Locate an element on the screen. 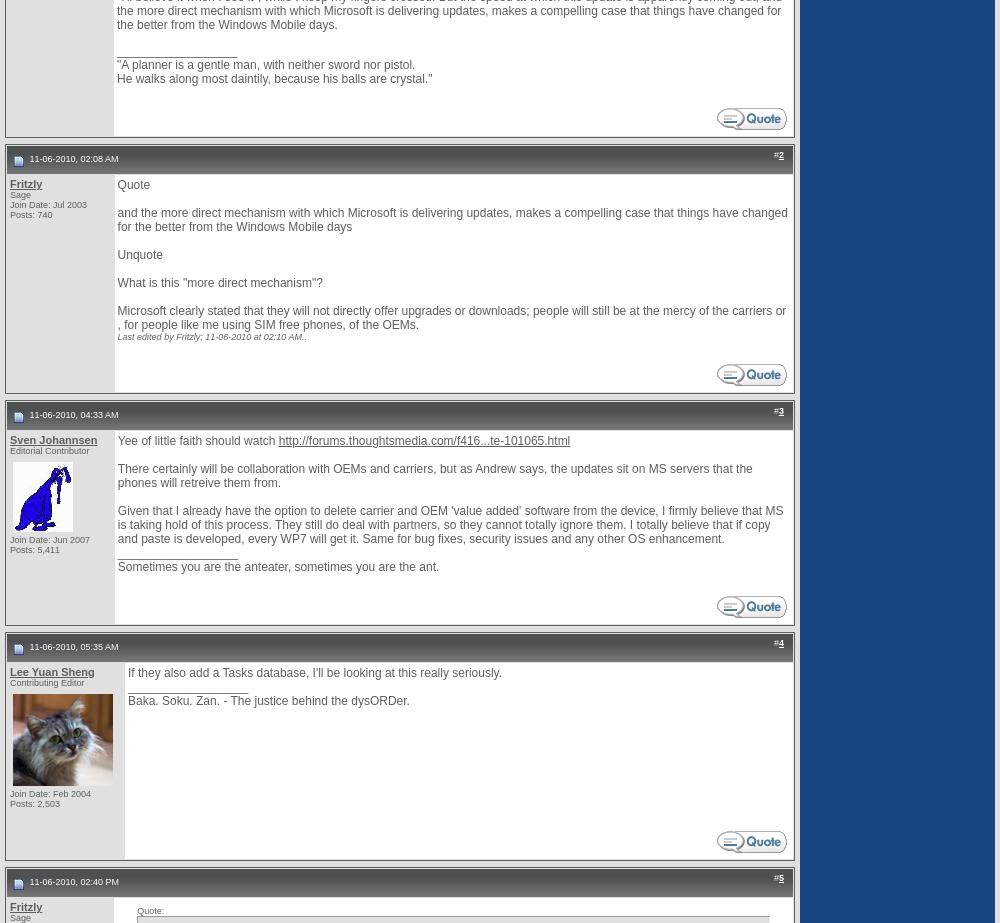 This screenshot has height=923, width=1000. 'Quote:' is located at coordinates (150, 910).